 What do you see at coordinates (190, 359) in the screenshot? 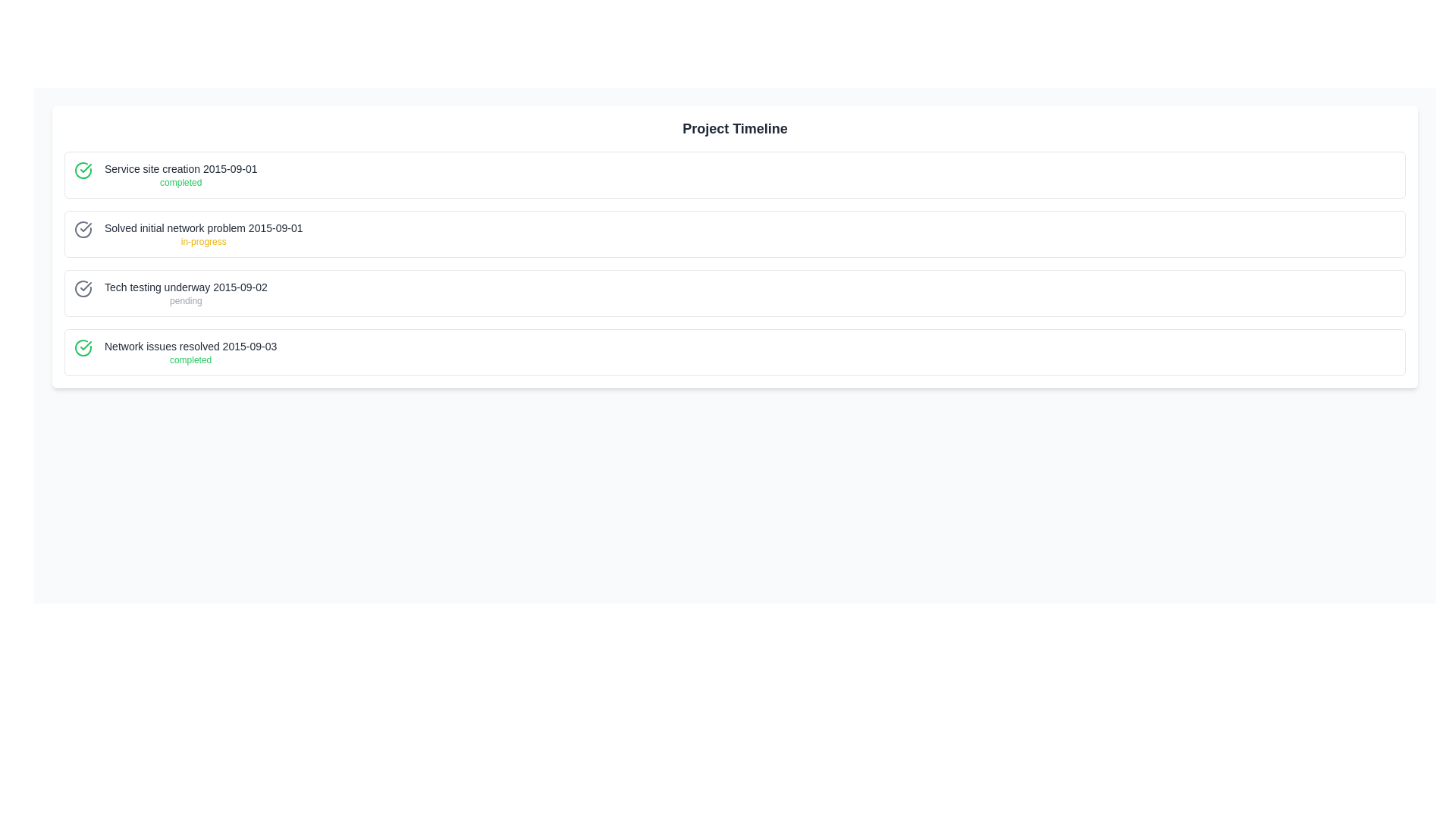
I see `the text label that displays the word 'completed', which is styled in green and located beneath the entry titled 'Network issues resolved 2015-09-03' in the project timeline` at bounding box center [190, 359].